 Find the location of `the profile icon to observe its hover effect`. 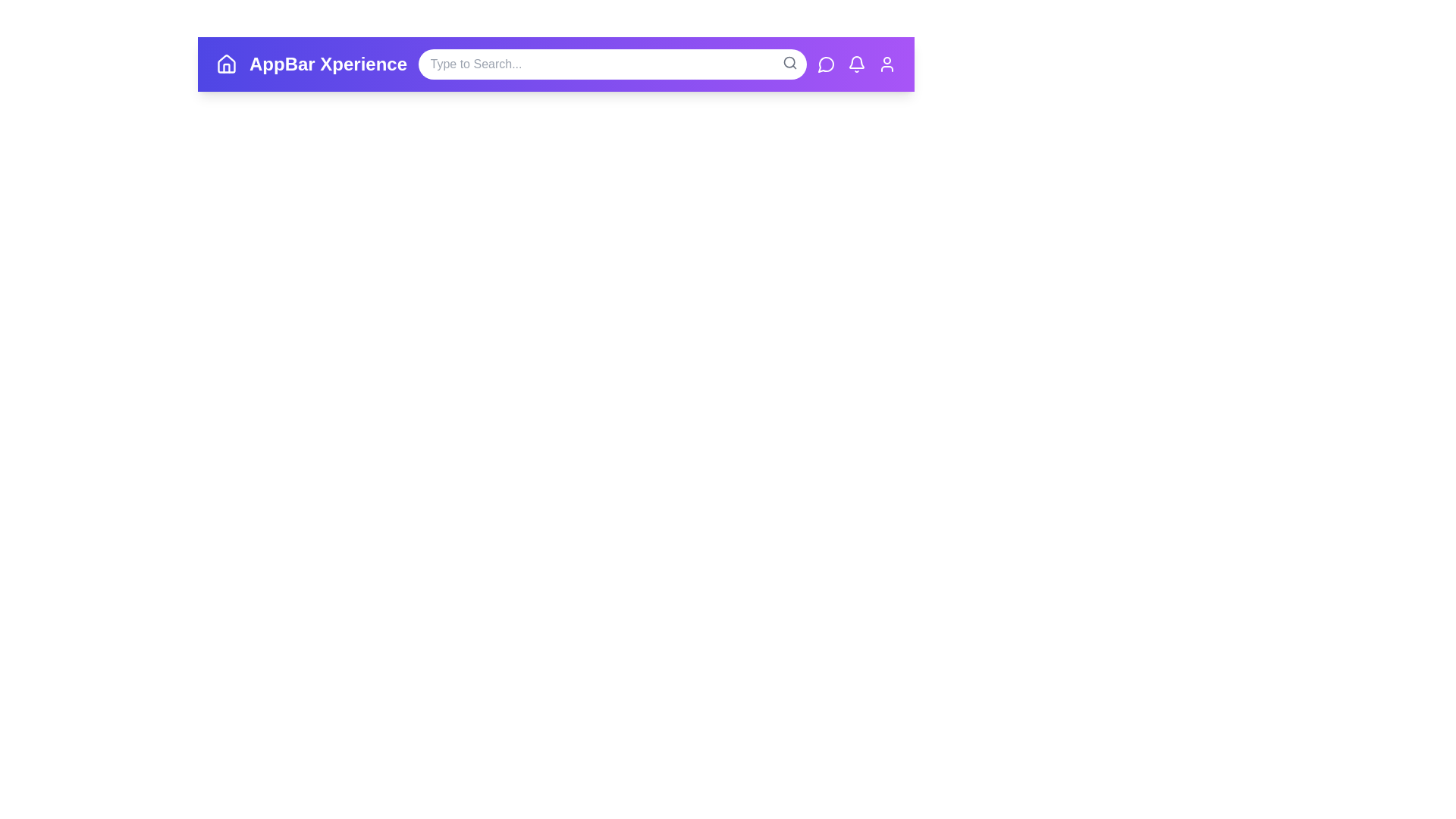

the profile icon to observe its hover effect is located at coordinates (886, 63).